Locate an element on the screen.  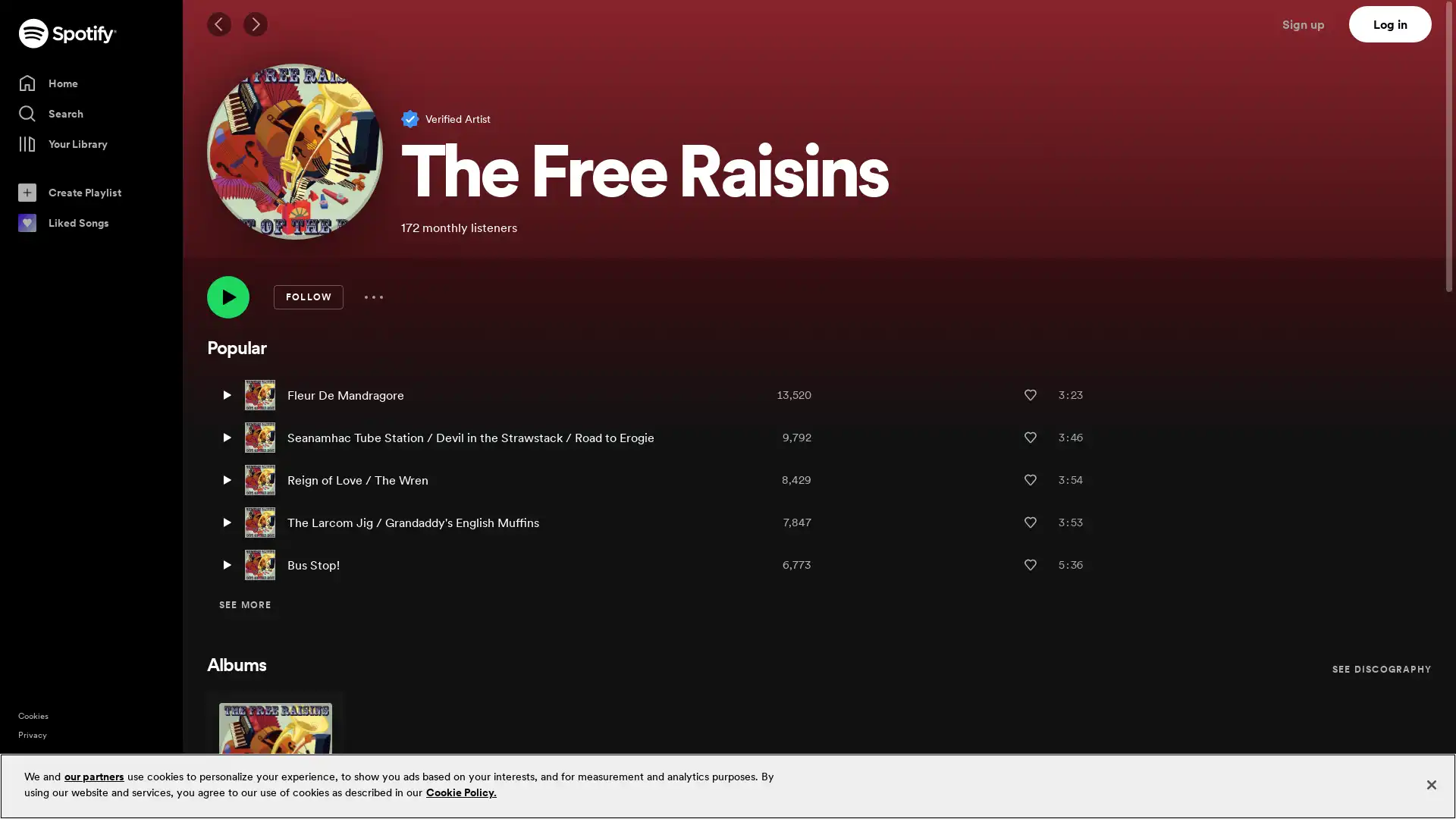
Play Reign of Love / The Wren by The Free Raisins is located at coordinates (225, 479).